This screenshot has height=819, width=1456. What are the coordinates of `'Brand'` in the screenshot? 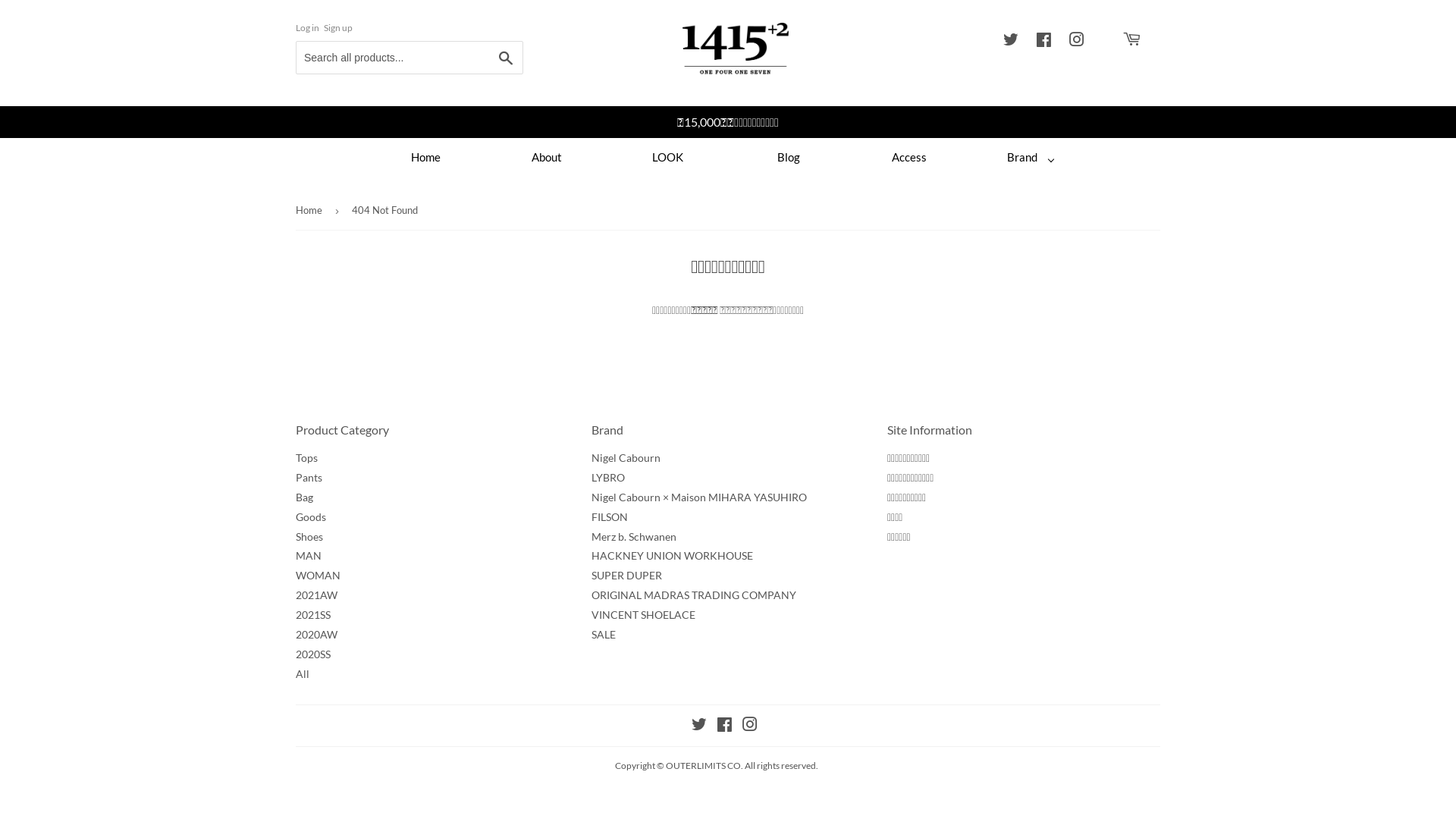 It's located at (968, 157).